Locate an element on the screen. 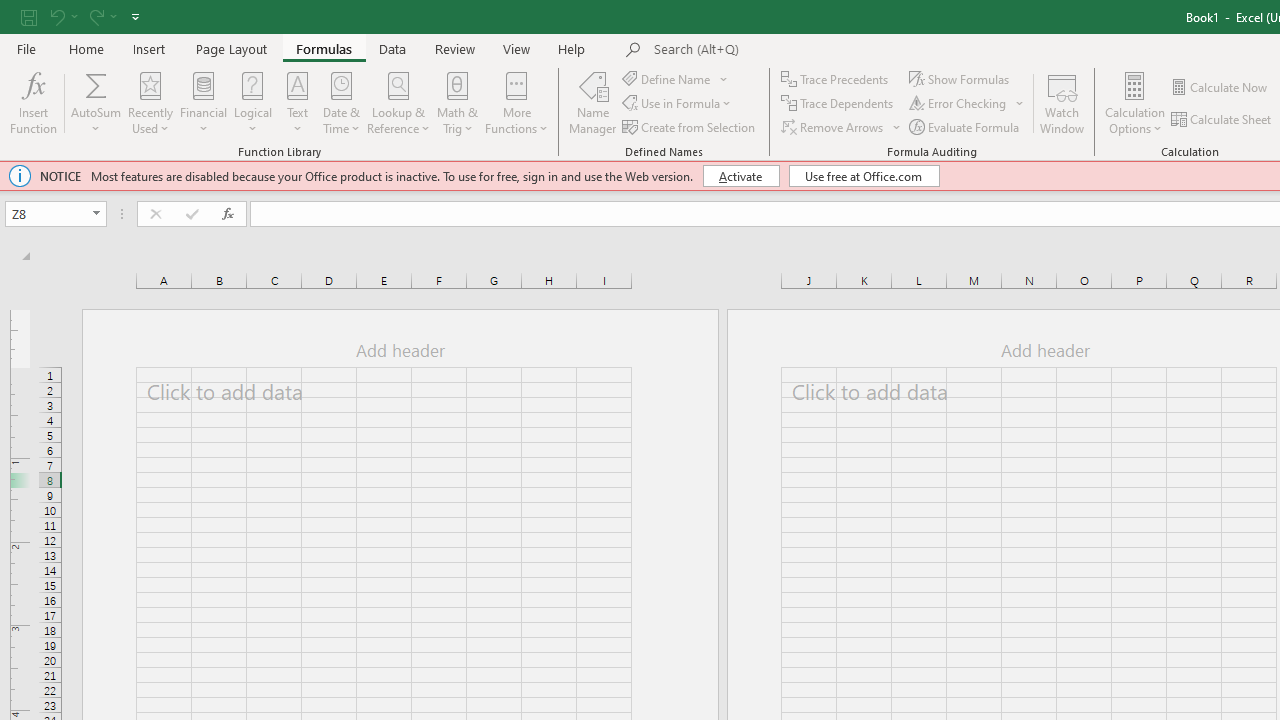 The height and width of the screenshot is (720, 1280). 'Financial' is located at coordinates (204, 103).